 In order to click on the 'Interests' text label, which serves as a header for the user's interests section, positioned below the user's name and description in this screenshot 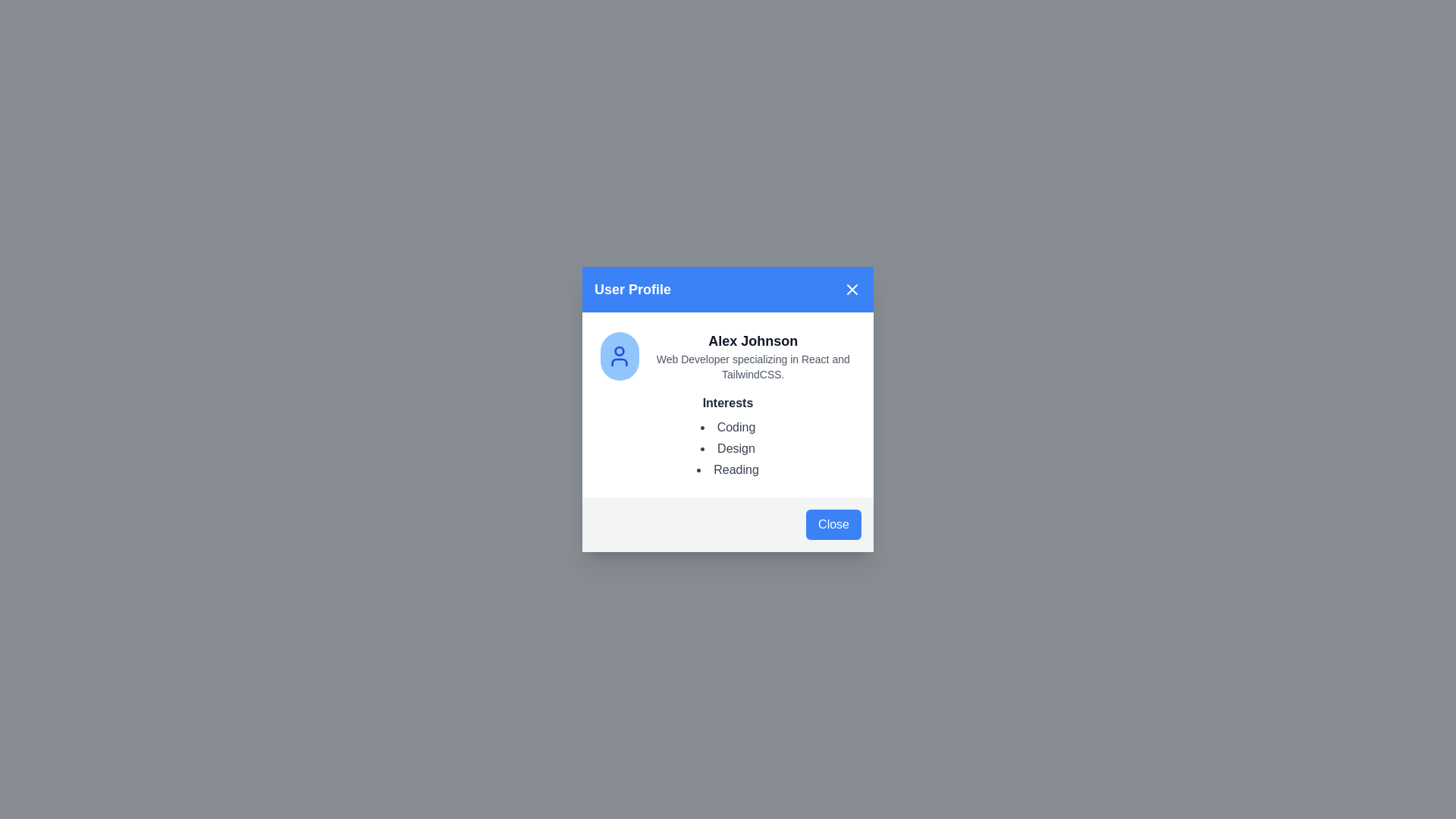, I will do `click(728, 403)`.